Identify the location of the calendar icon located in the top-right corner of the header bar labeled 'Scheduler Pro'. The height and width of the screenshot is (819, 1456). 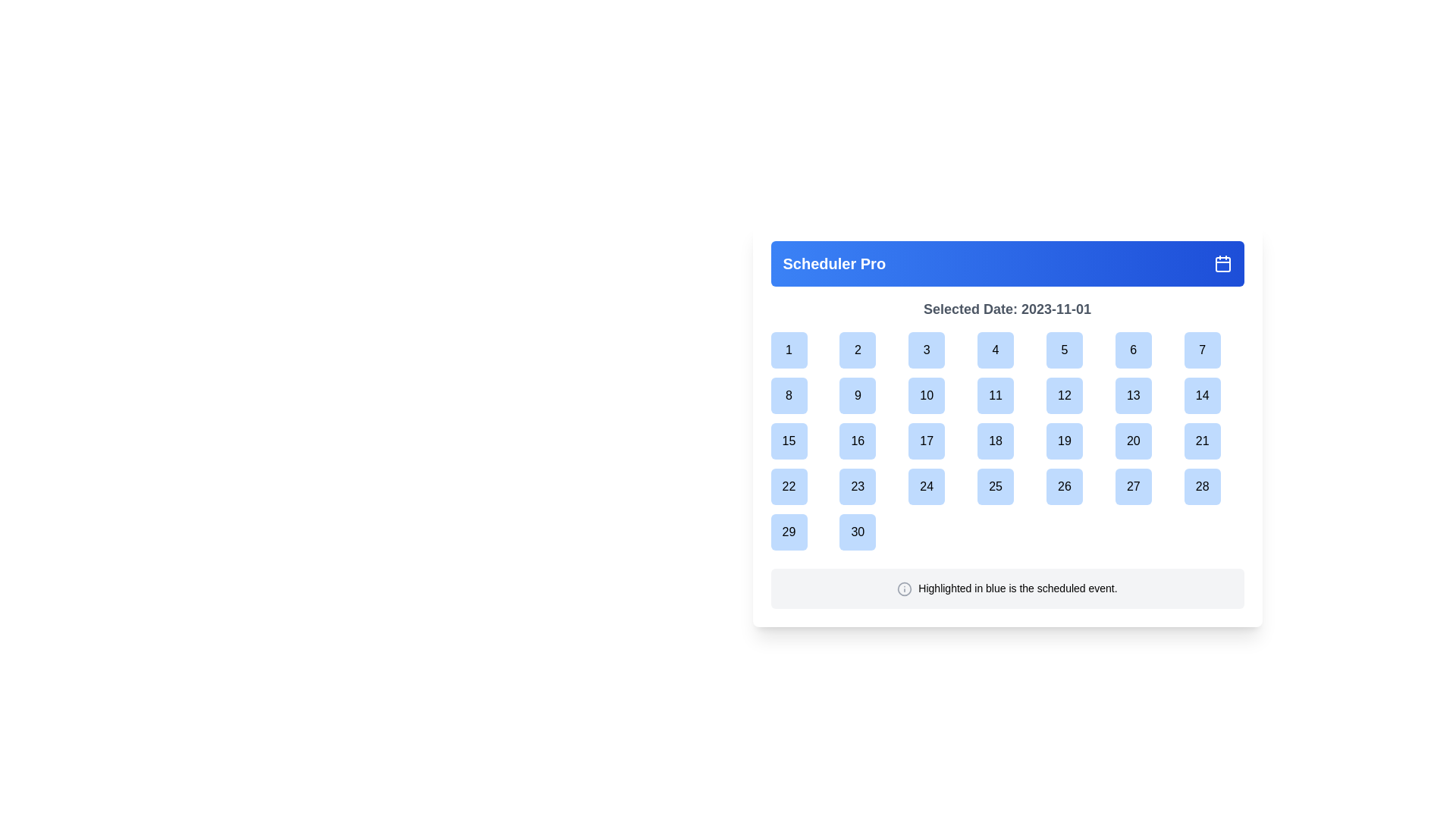
(1222, 262).